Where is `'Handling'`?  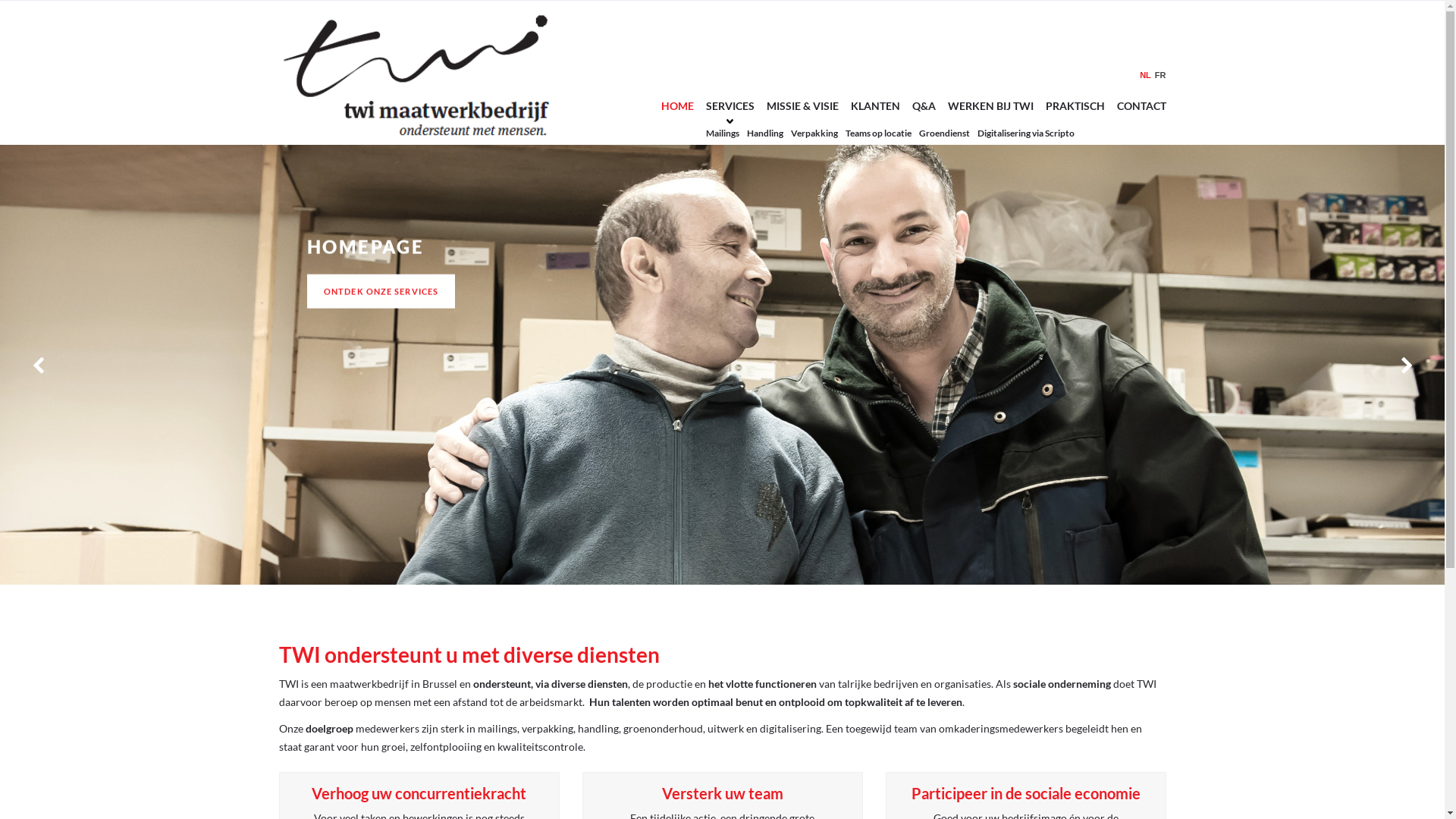 'Handling' is located at coordinates (767, 131).